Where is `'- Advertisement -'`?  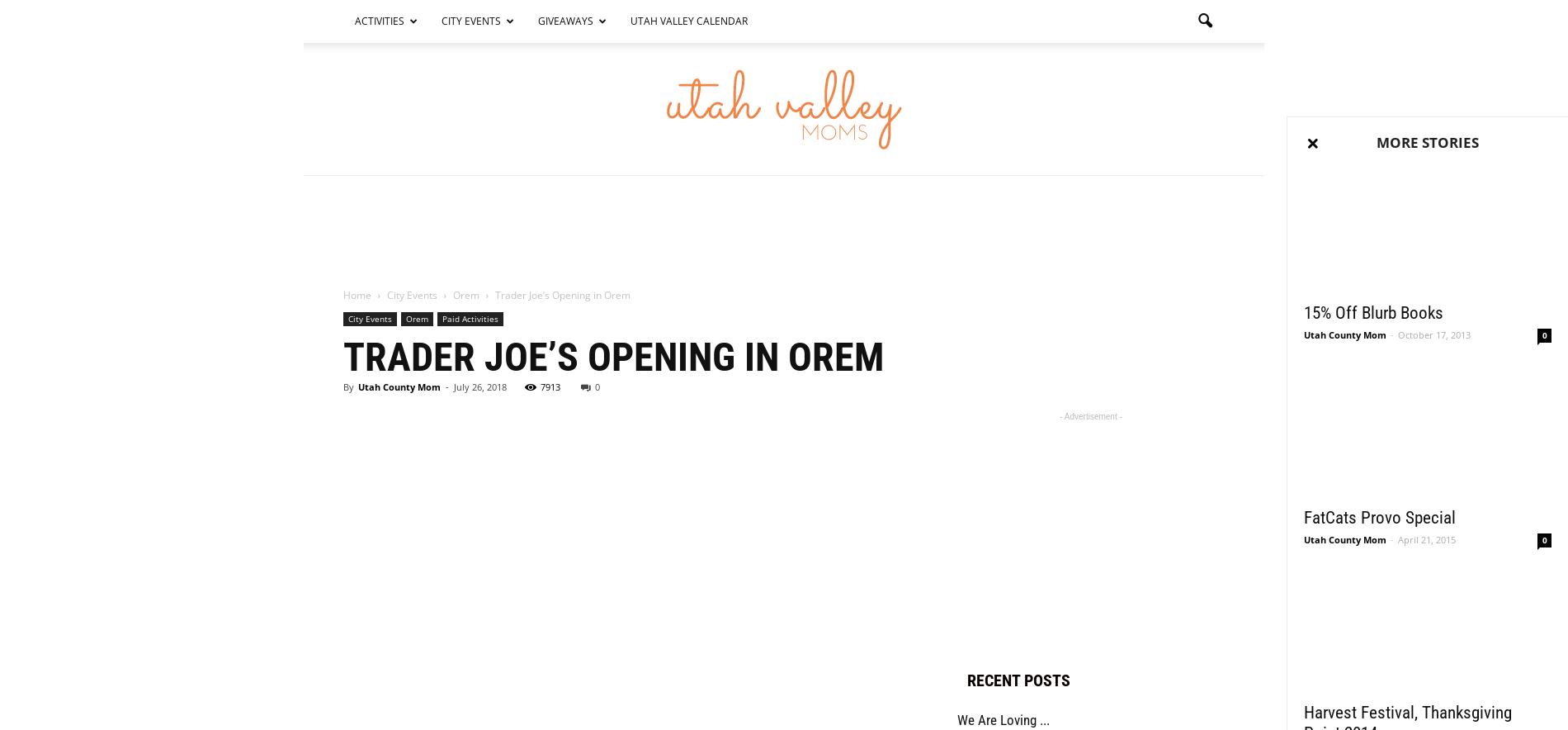
'- Advertisement -' is located at coordinates (1059, 415).